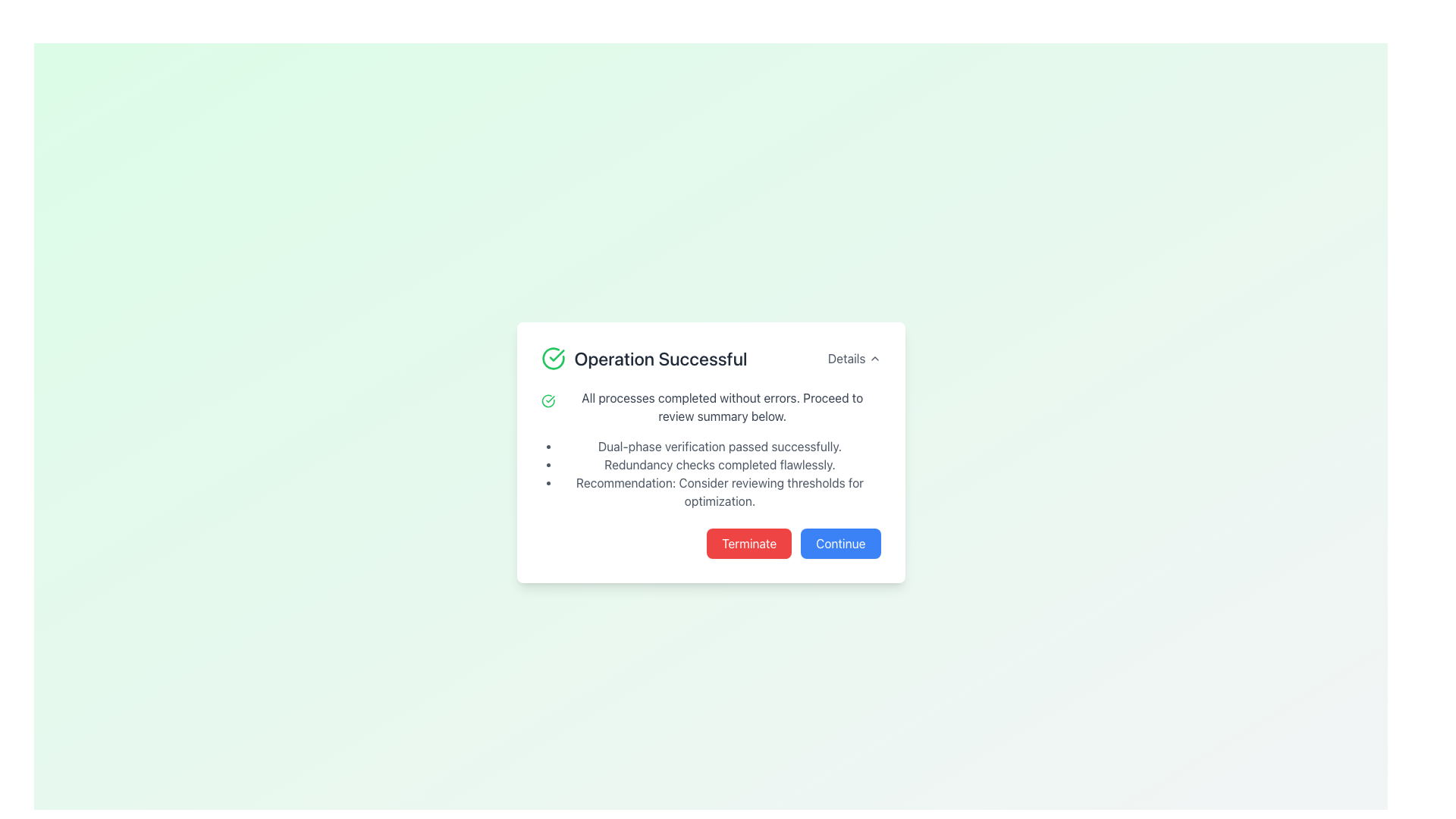 The height and width of the screenshot is (819, 1456). What do you see at coordinates (710, 449) in the screenshot?
I see `text content from the text block that states 'All processes completed without errors. Proceed to review summary below.' and includes a bulleted list of additional details` at bounding box center [710, 449].